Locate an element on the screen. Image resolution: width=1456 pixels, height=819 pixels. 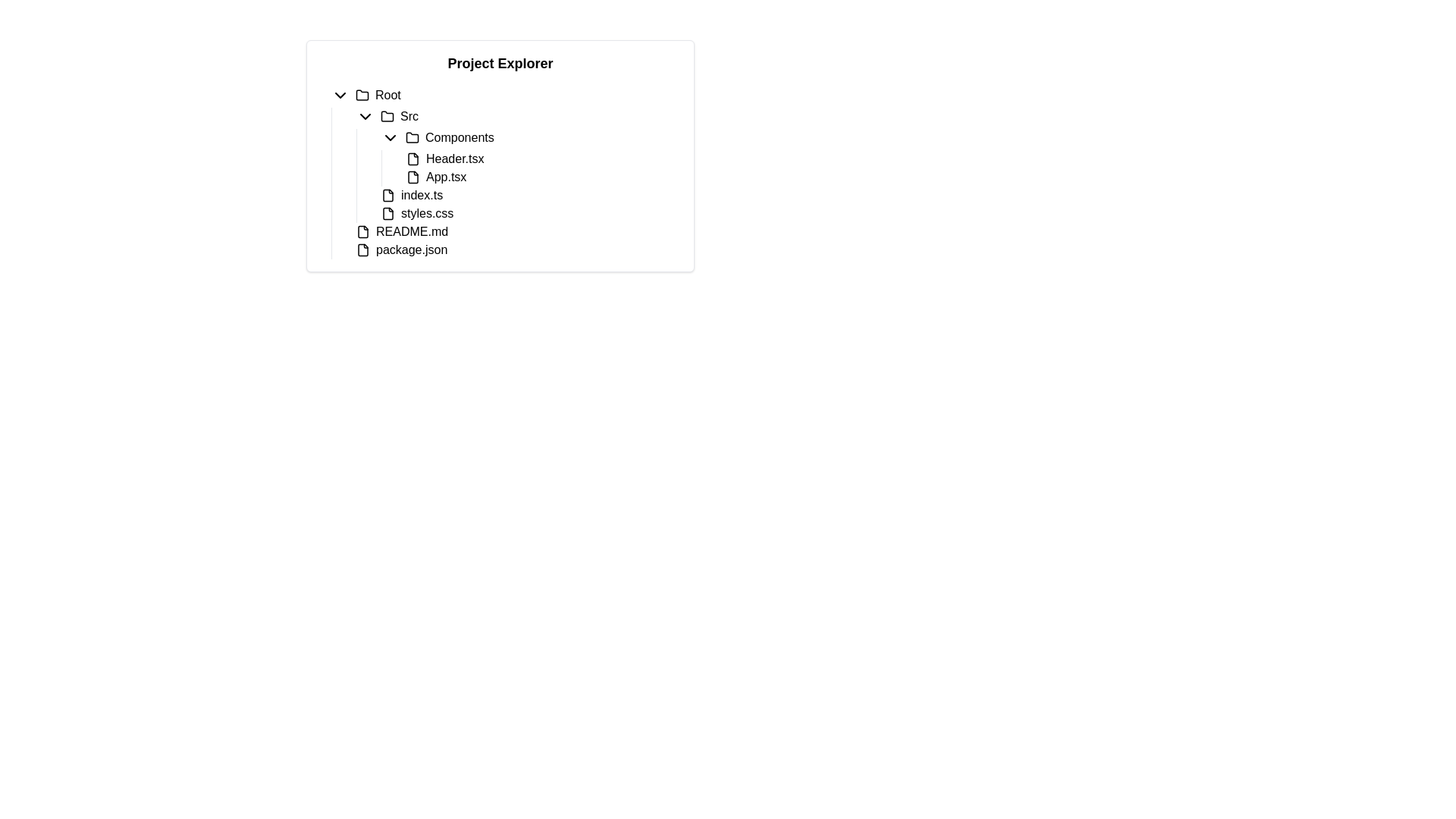
the tree node representing a listing in the 'Src' directory under the 'Components' folder is located at coordinates (519, 165).